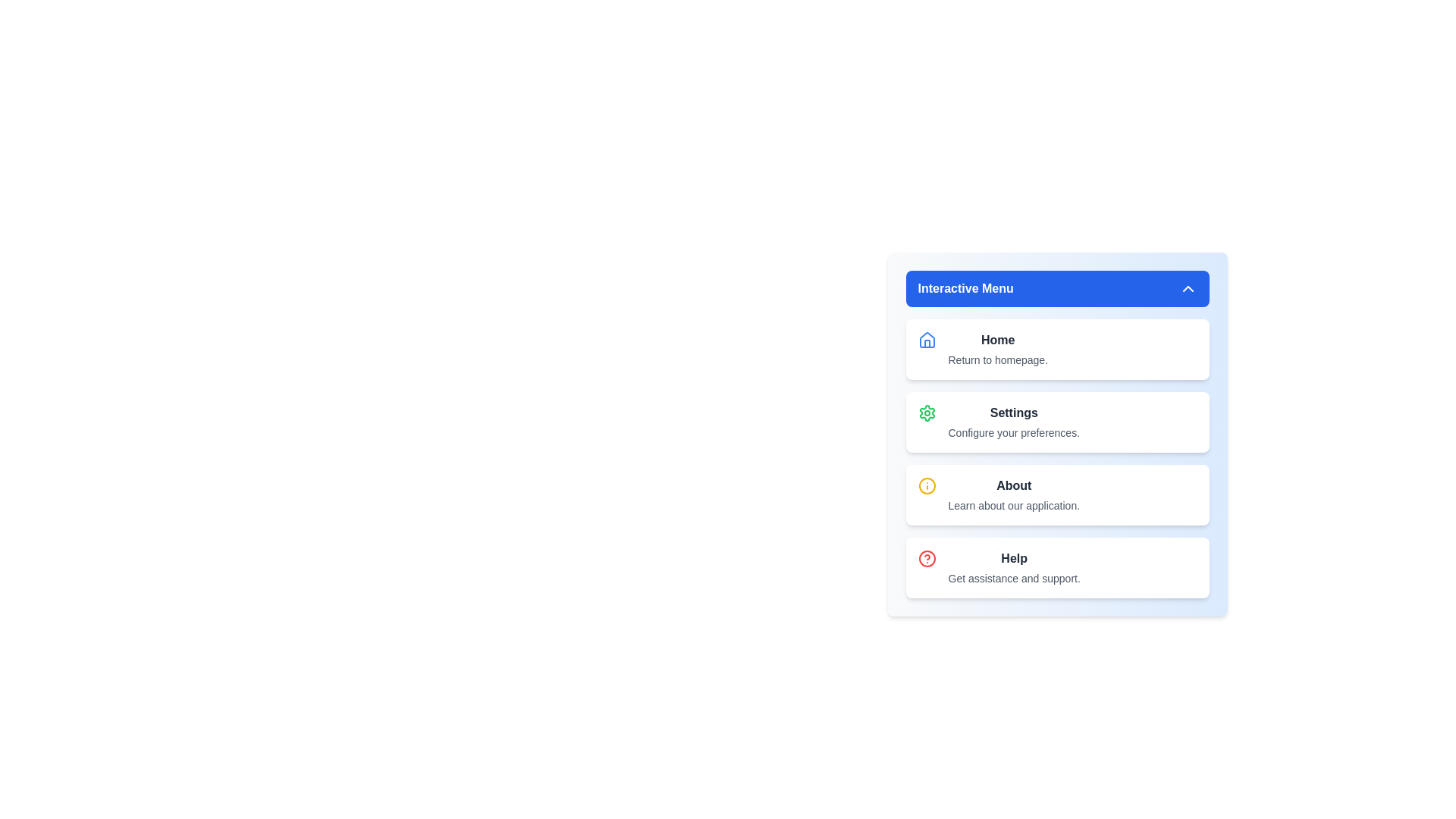  What do you see at coordinates (1014, 494) in the screenshot?
I see `the 'About' text label, which is a prominent part of the Interactive Menu located in the right-center of the interface, positioned between 'Settings' and 'Help'` at bounding box center [1014, 494].